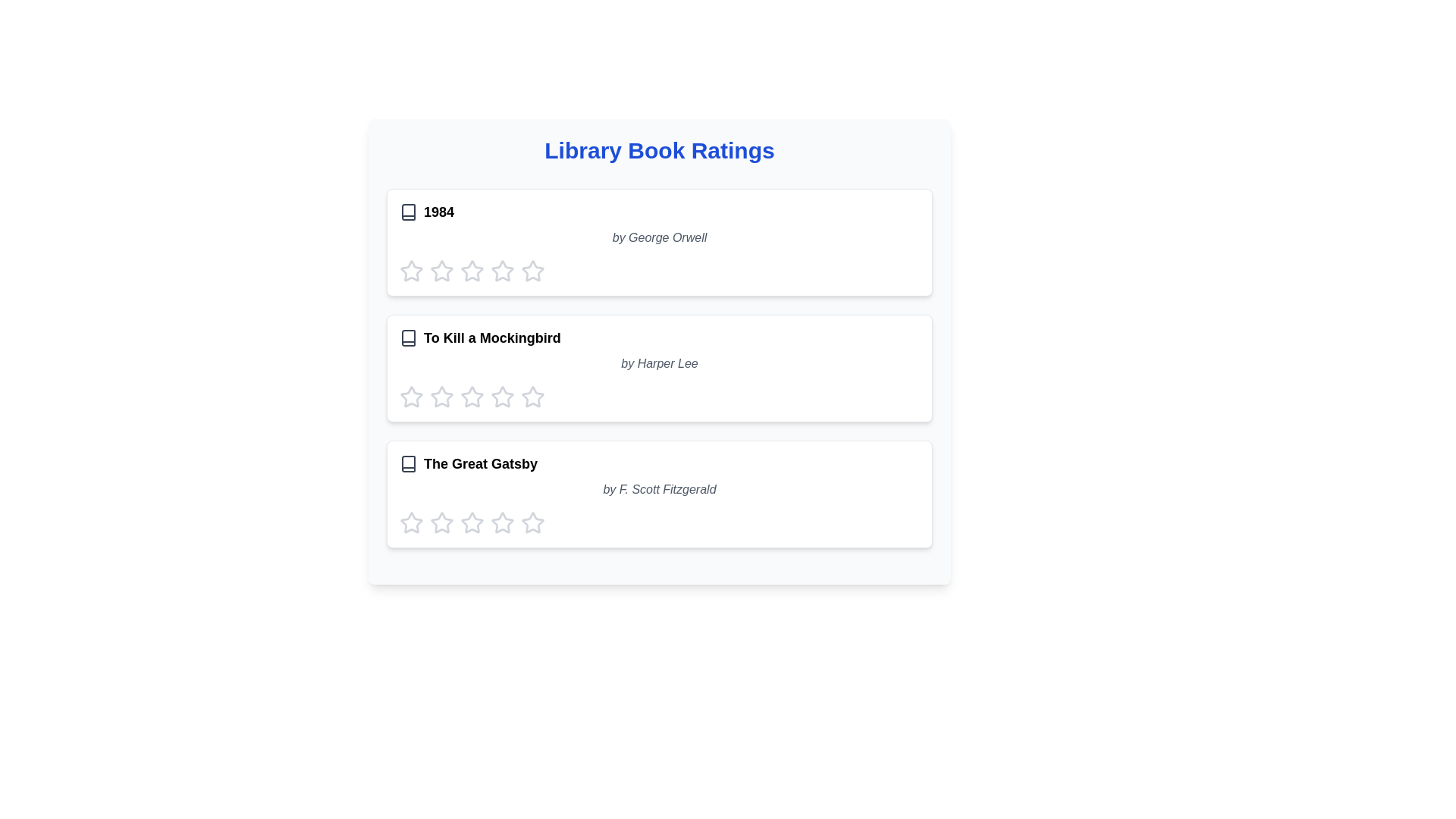 Image resolution: width=1456 pixels, height=819 pixels. I want to click on the decorative book icon representing 'To Kill a Mockingbird', which is located in the second row of the list, immediately next to the text, so click(408, 337).